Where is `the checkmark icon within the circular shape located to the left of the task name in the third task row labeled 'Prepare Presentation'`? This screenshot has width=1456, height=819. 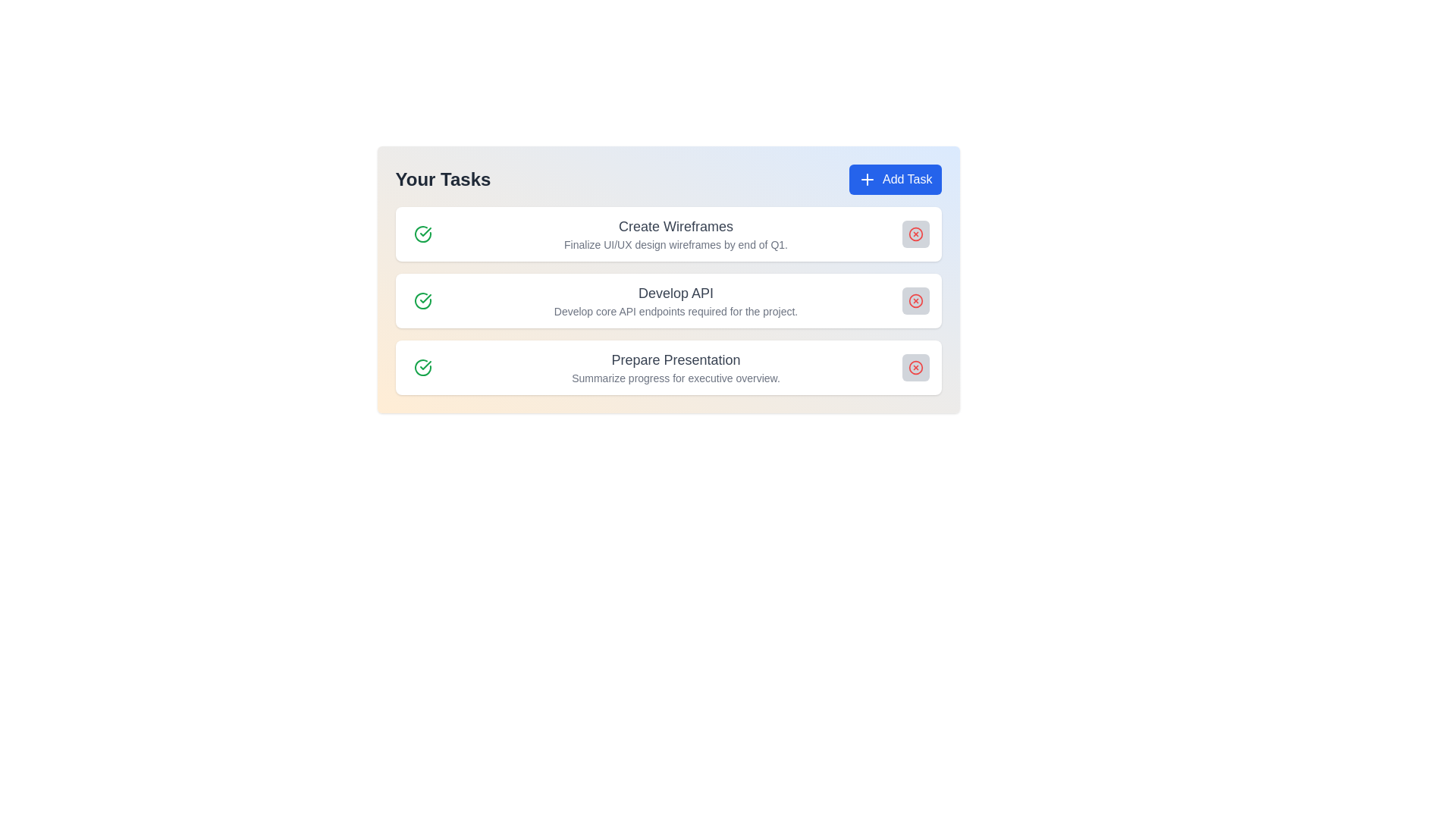
the checkmark icon within the circular shape located to the left of the task name in the third task row labeled 'Prepare Presentation' is located at coordinates (425, 366).